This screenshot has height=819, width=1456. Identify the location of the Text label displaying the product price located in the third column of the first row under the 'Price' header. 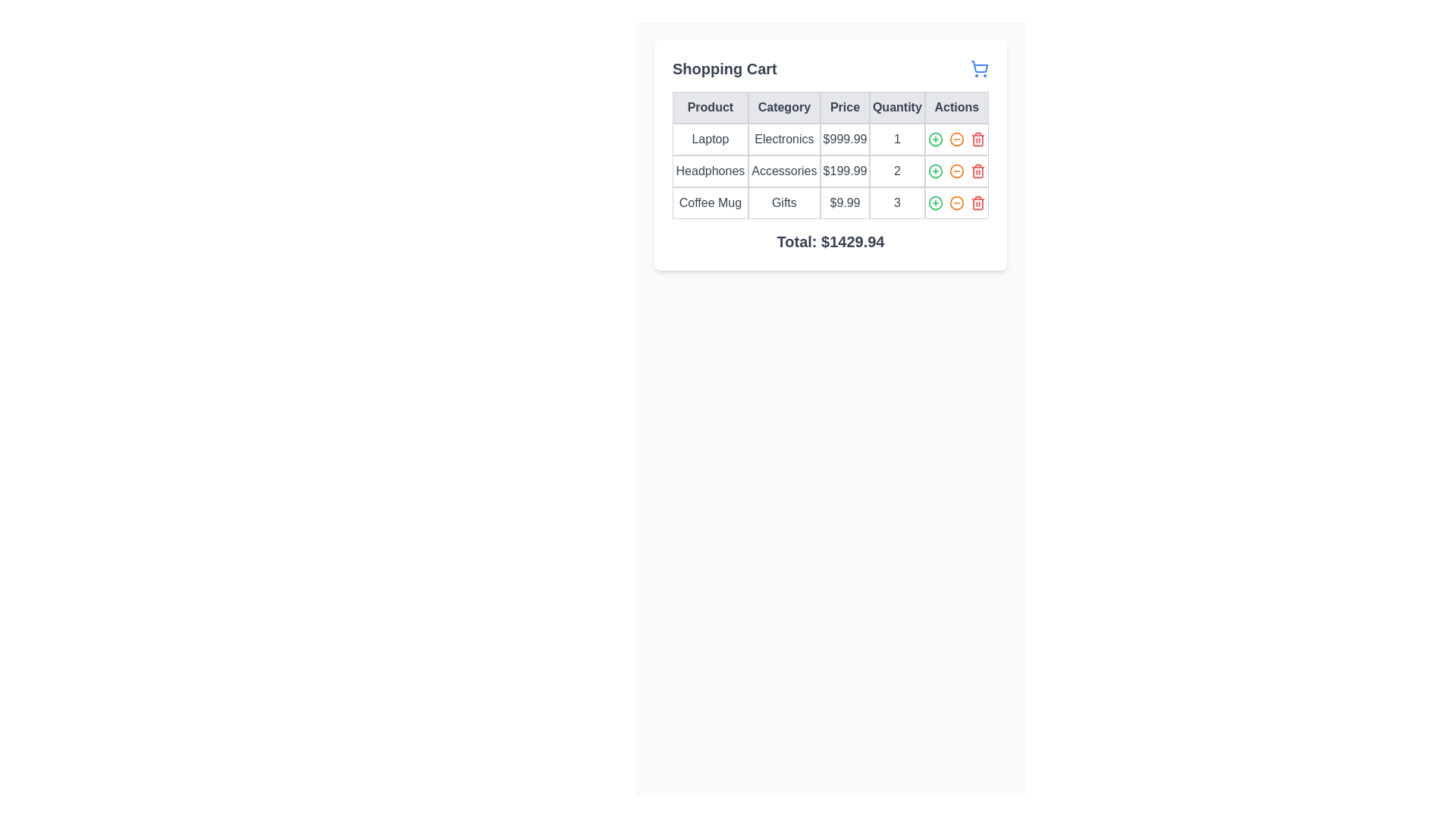
(844, 140).